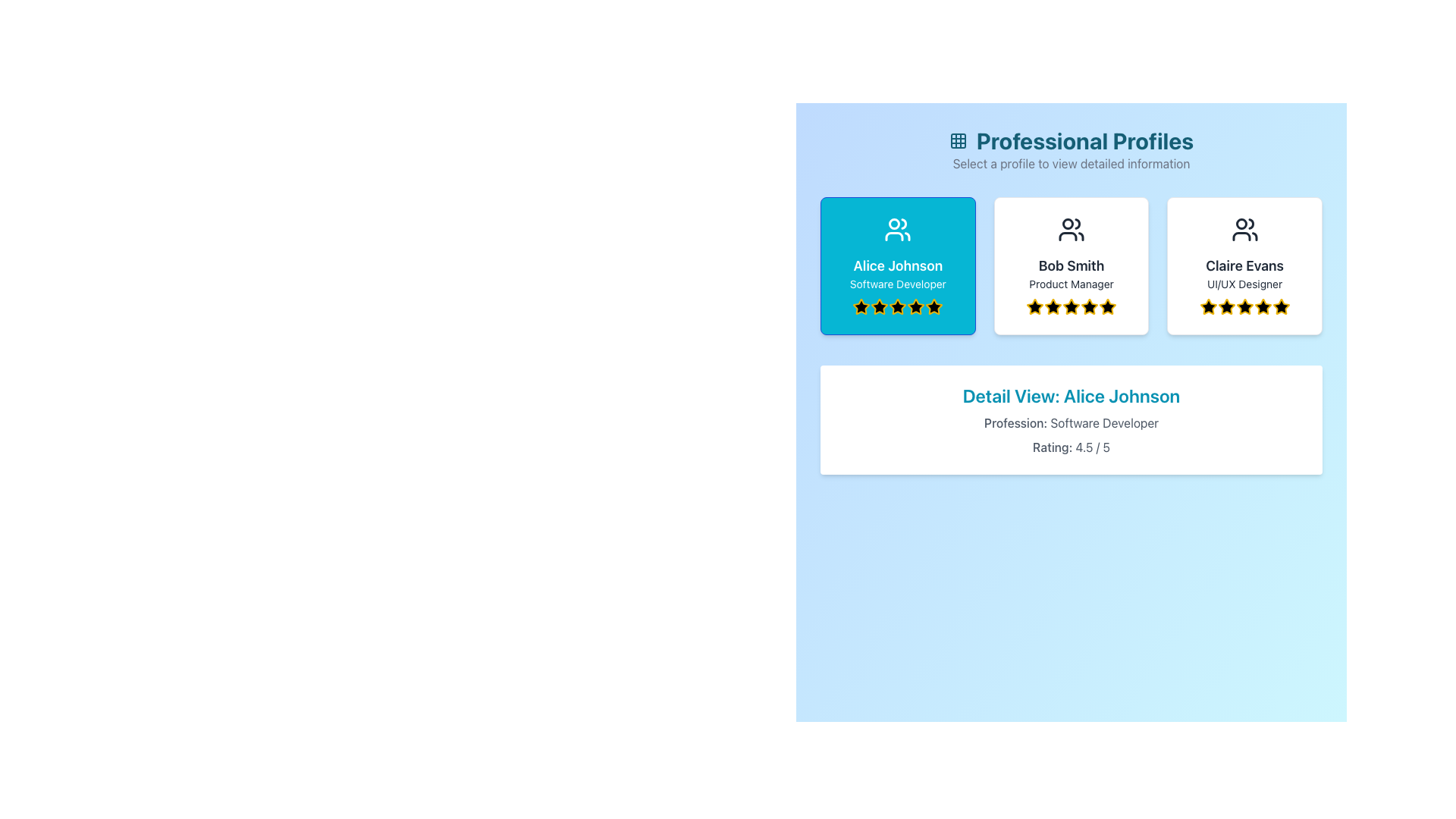 This screenshot has height=819, width=1456. Describe the element at coordinates (1244, 230) in the screenshot. I see `the profile icon representing 'Claire Evans', which is located at the top of the third profile card from the left, above the name and profession text` at that location.